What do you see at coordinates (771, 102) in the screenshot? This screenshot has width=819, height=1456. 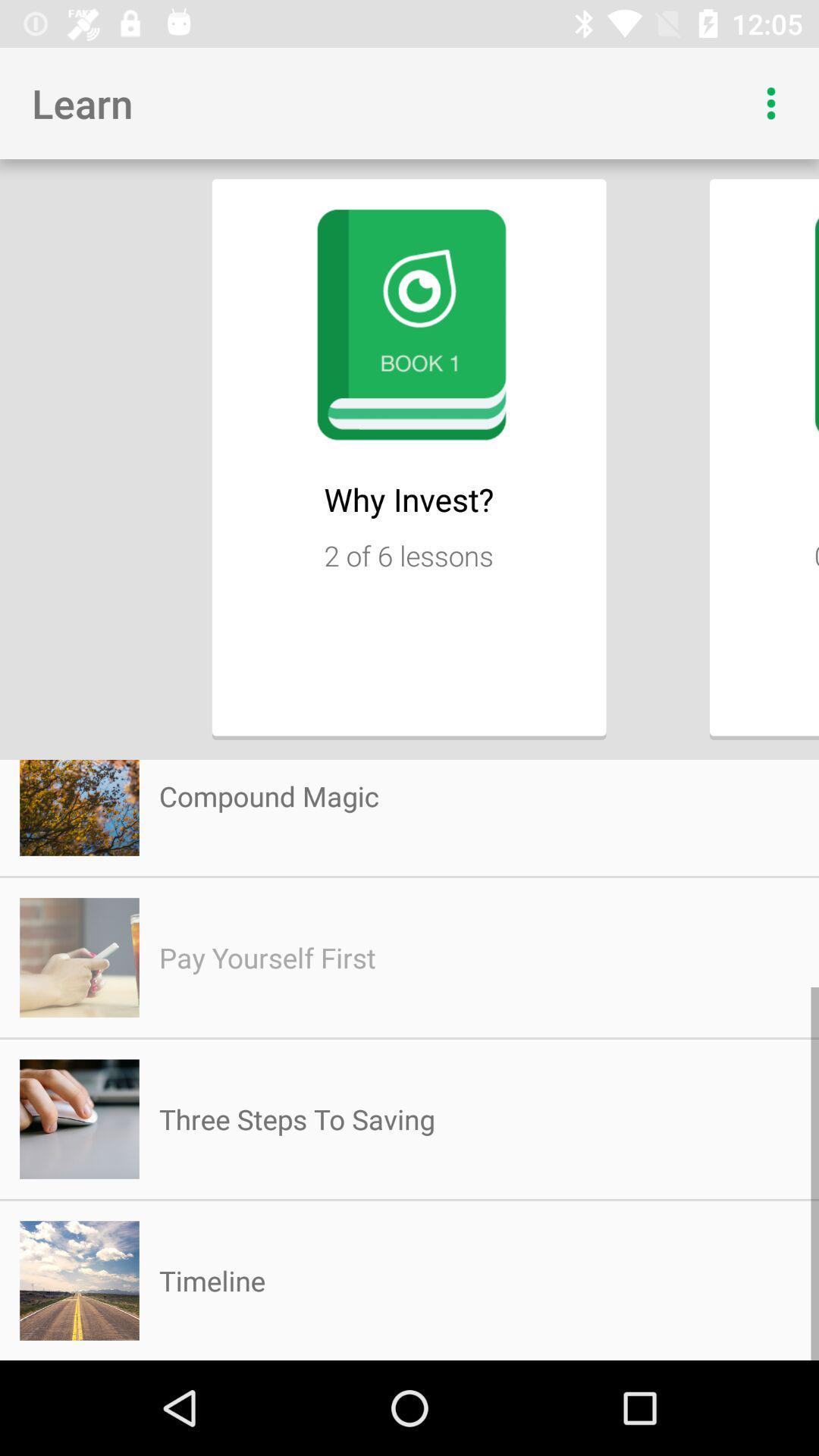 I see `menu` at bounding box center [771, 102].